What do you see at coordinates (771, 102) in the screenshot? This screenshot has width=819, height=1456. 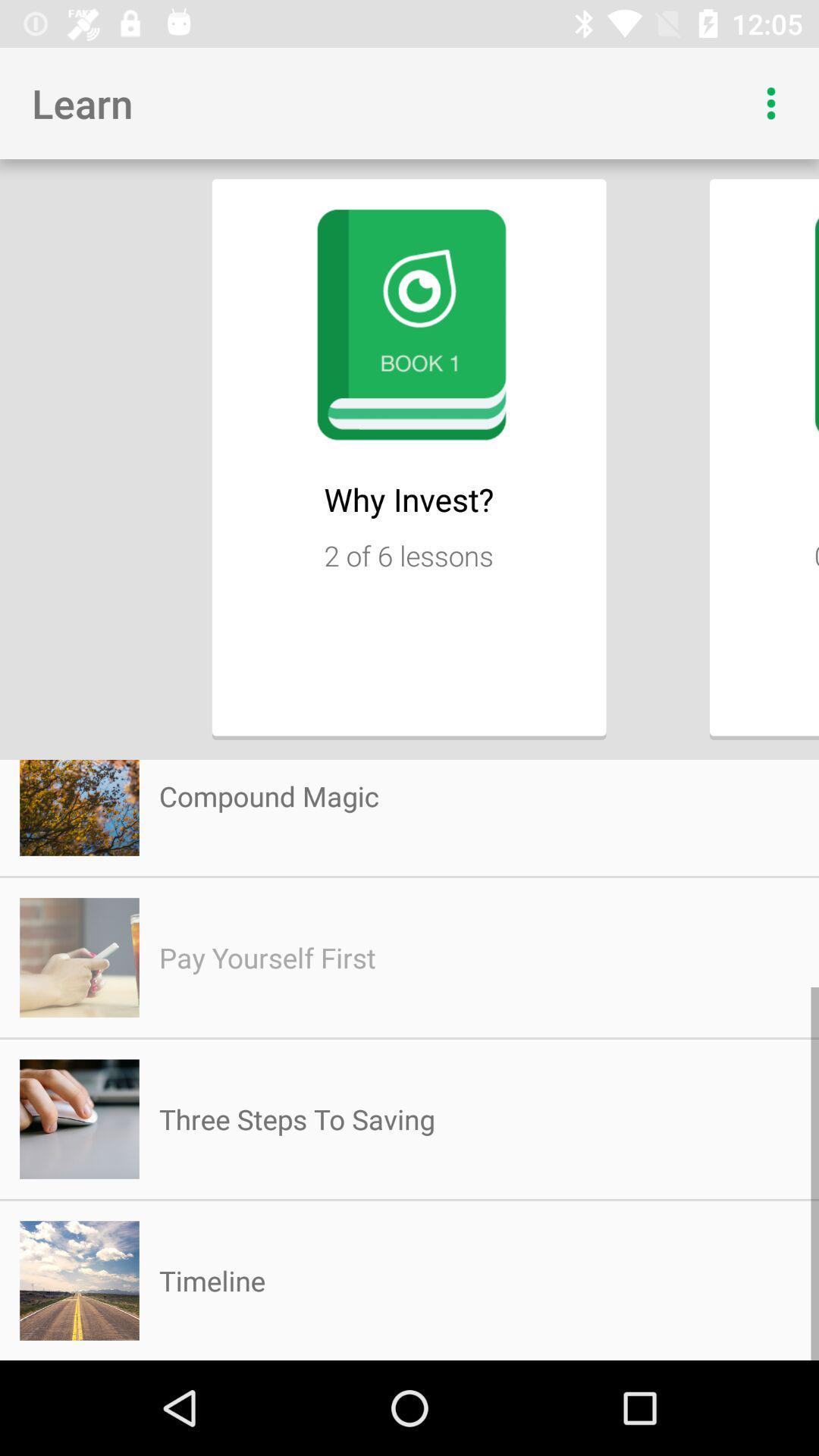 I see `menu` at bounding box center [771, 102].